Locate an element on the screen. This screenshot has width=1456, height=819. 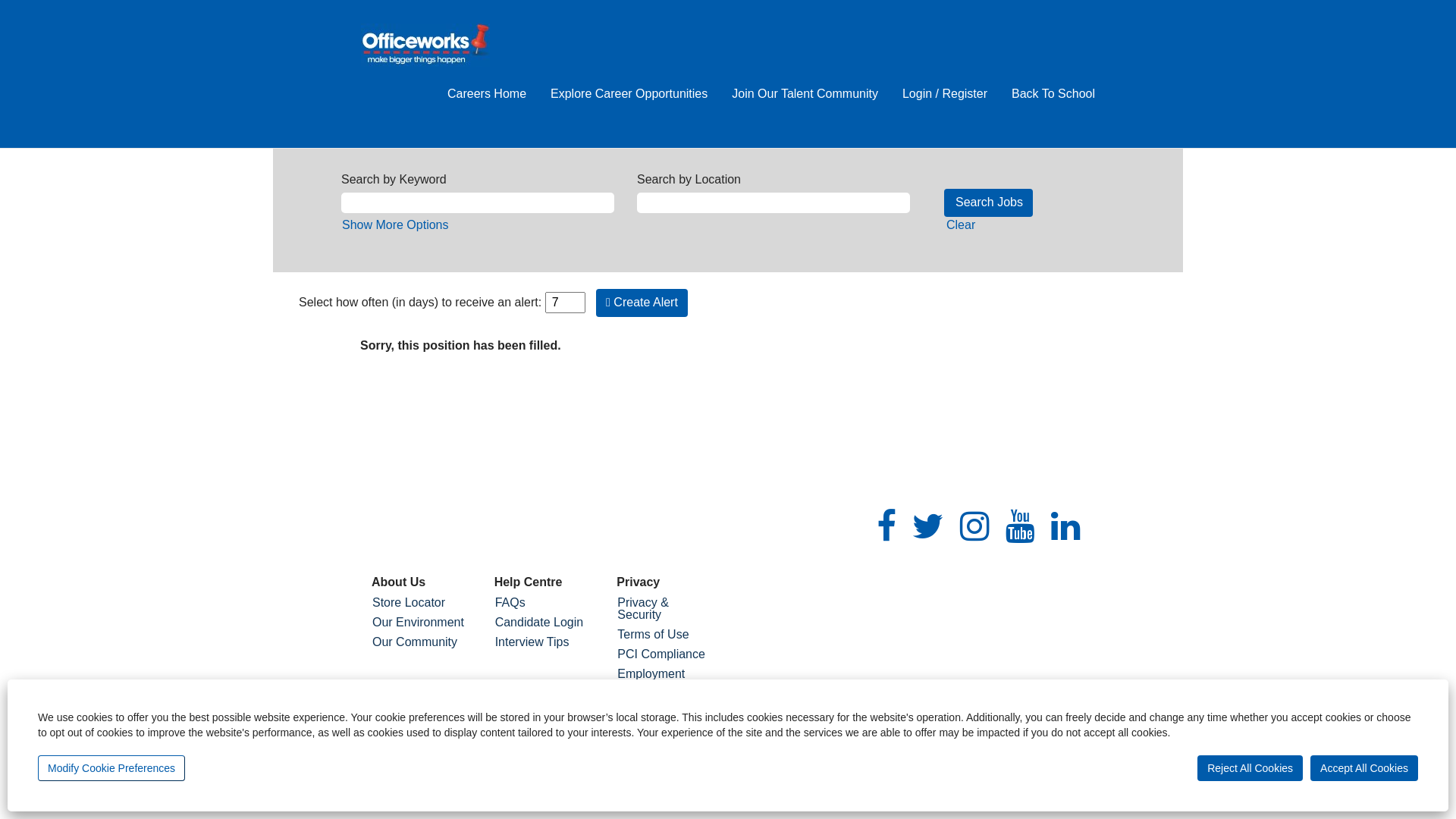
'Login / Register' is located at coordinates (944, 94).